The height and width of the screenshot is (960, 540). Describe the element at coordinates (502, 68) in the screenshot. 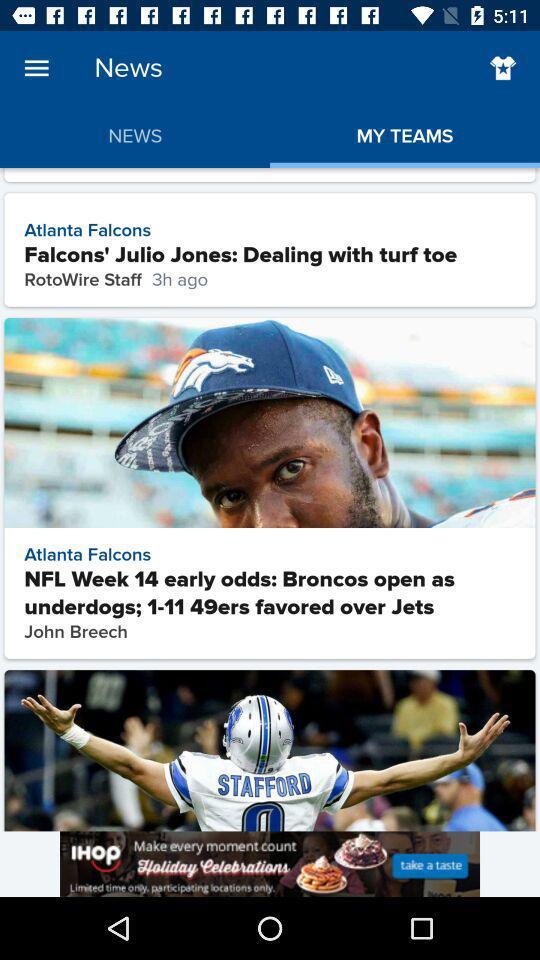

I see `save` at that location.